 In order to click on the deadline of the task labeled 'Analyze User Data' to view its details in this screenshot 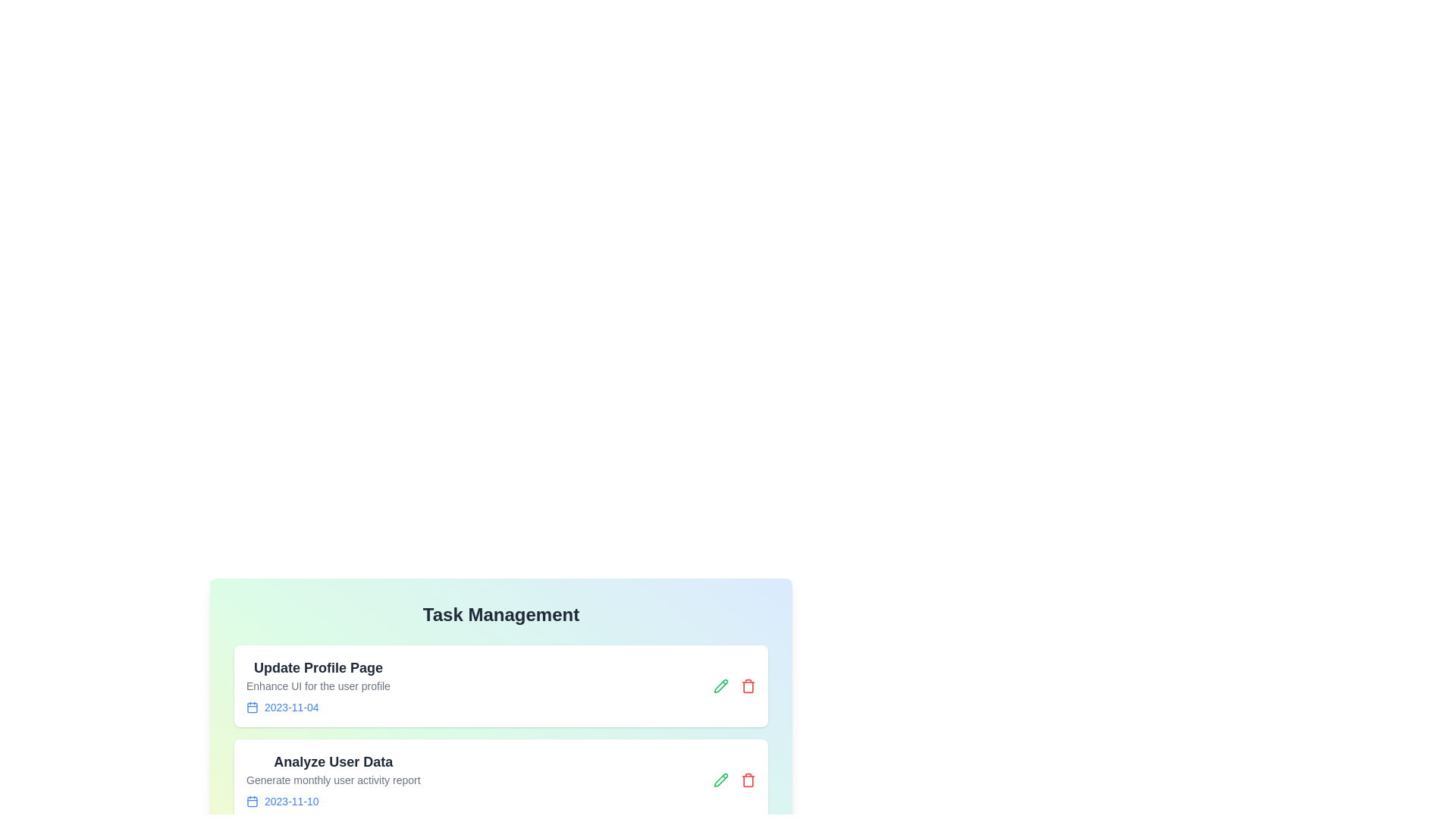, I will do `click(332, 800)`.